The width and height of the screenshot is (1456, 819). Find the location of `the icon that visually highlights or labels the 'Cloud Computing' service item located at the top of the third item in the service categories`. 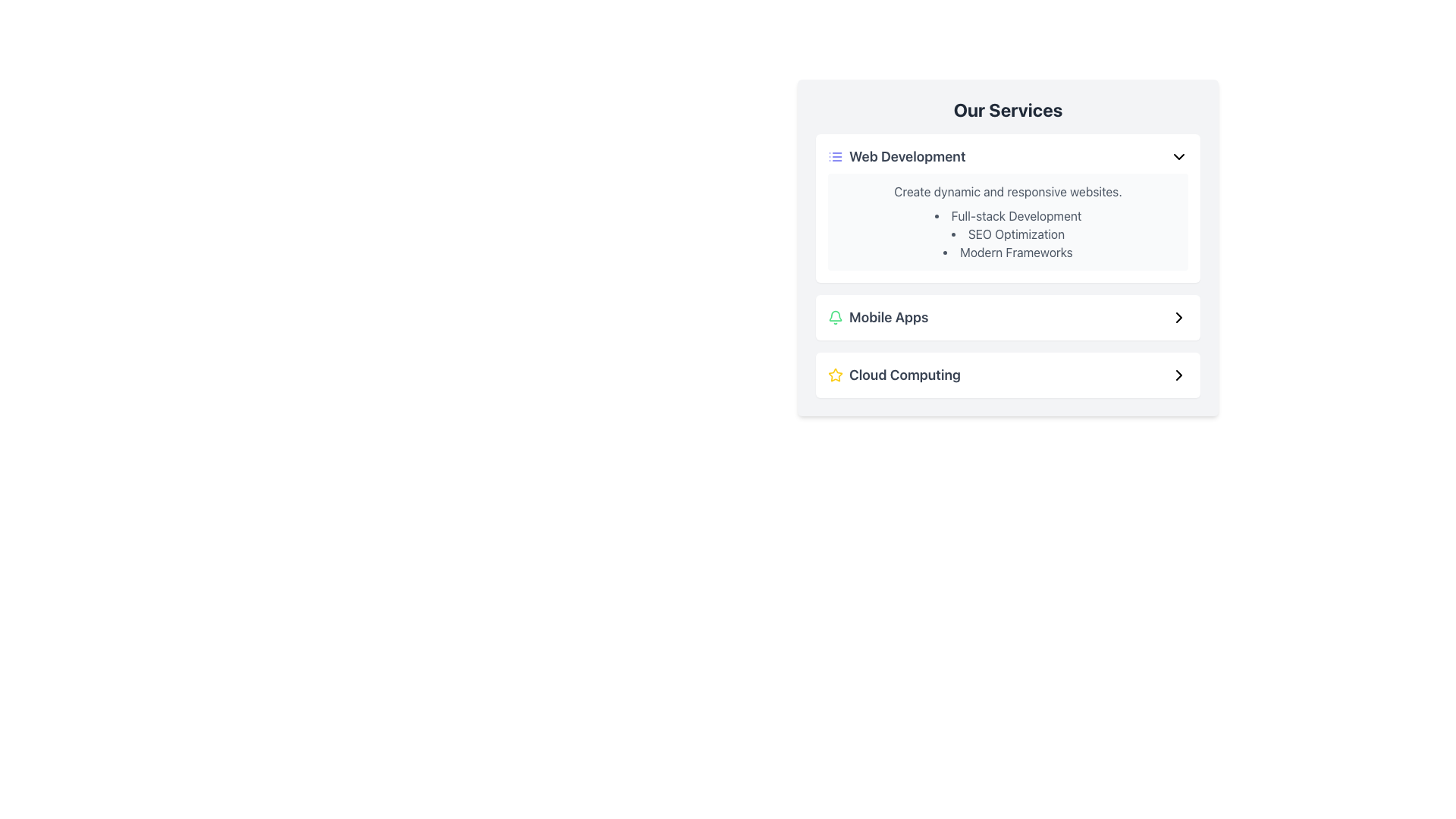

the icon that visually highlights or labels the 'Cloud Computing' service item located at the top of the third item in the service categories is located at coordinates (835, 375).